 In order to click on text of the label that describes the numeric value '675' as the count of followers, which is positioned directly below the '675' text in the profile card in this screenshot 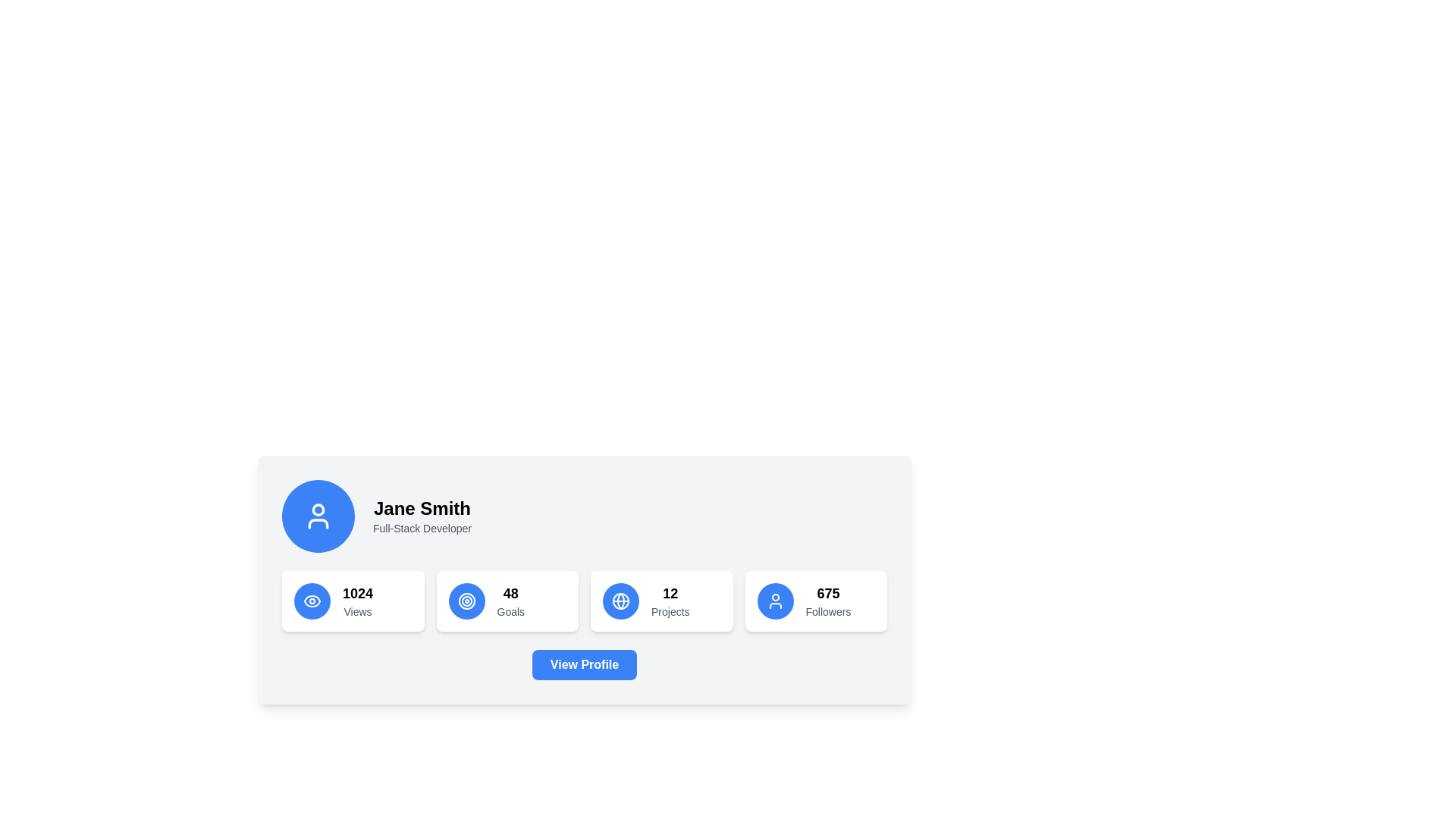, I will do `click(827, 610)`.